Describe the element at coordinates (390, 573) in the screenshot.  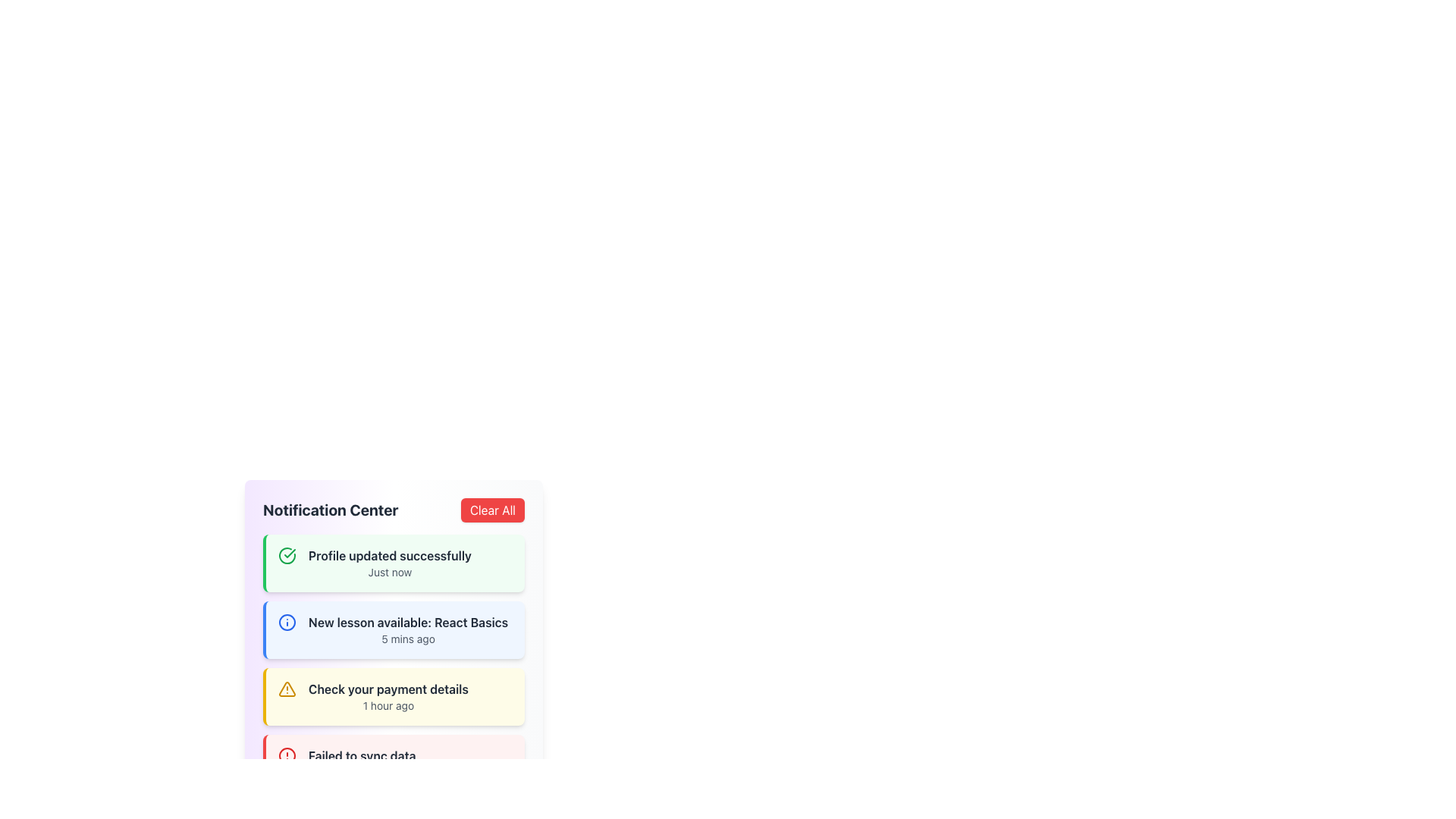
I see `the text label indicating the notification time 'Just now', which is positioned directly beneath 'Profile updated successfully' within the notification center` at that location.